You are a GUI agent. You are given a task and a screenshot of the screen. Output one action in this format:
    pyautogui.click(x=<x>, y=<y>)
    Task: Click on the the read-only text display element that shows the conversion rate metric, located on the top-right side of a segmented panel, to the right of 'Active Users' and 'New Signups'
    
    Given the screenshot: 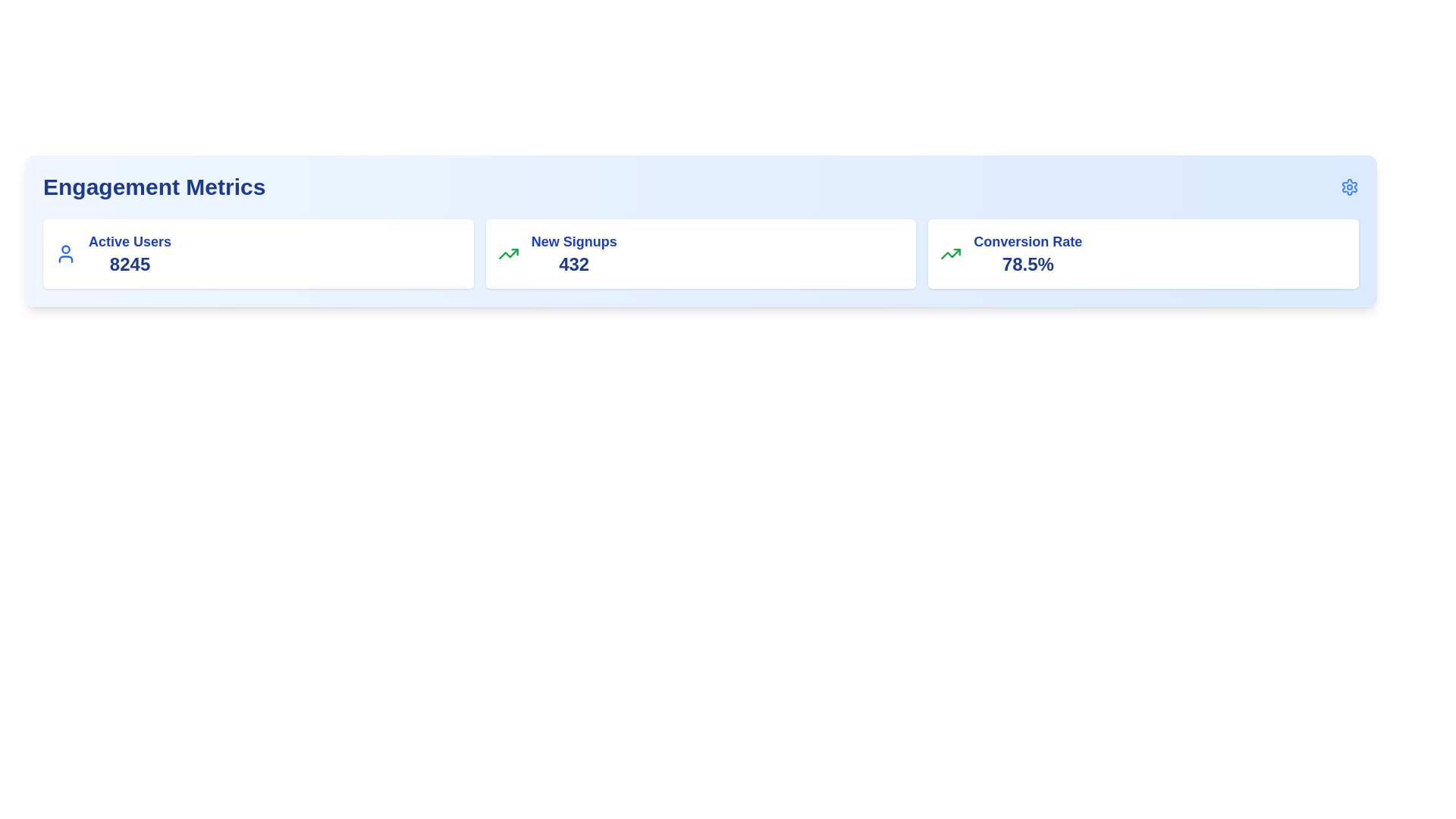 What is the action you would take?
    pyautogui.click(x=1028, y=253)
    